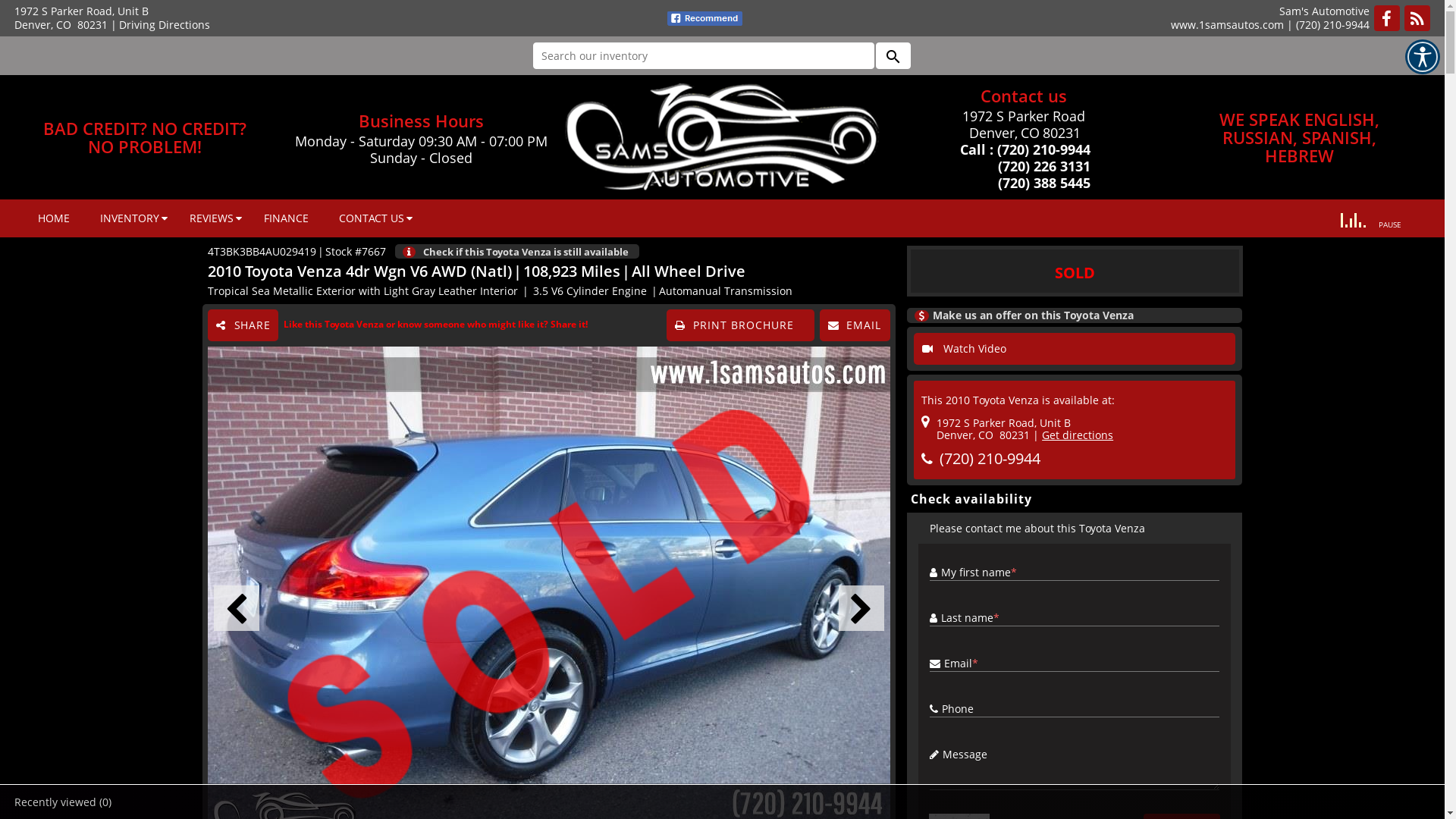 The image size is (1456, 819). I want to click on 'Make us an offer on this Toyota Venza', so click(1073, 315).